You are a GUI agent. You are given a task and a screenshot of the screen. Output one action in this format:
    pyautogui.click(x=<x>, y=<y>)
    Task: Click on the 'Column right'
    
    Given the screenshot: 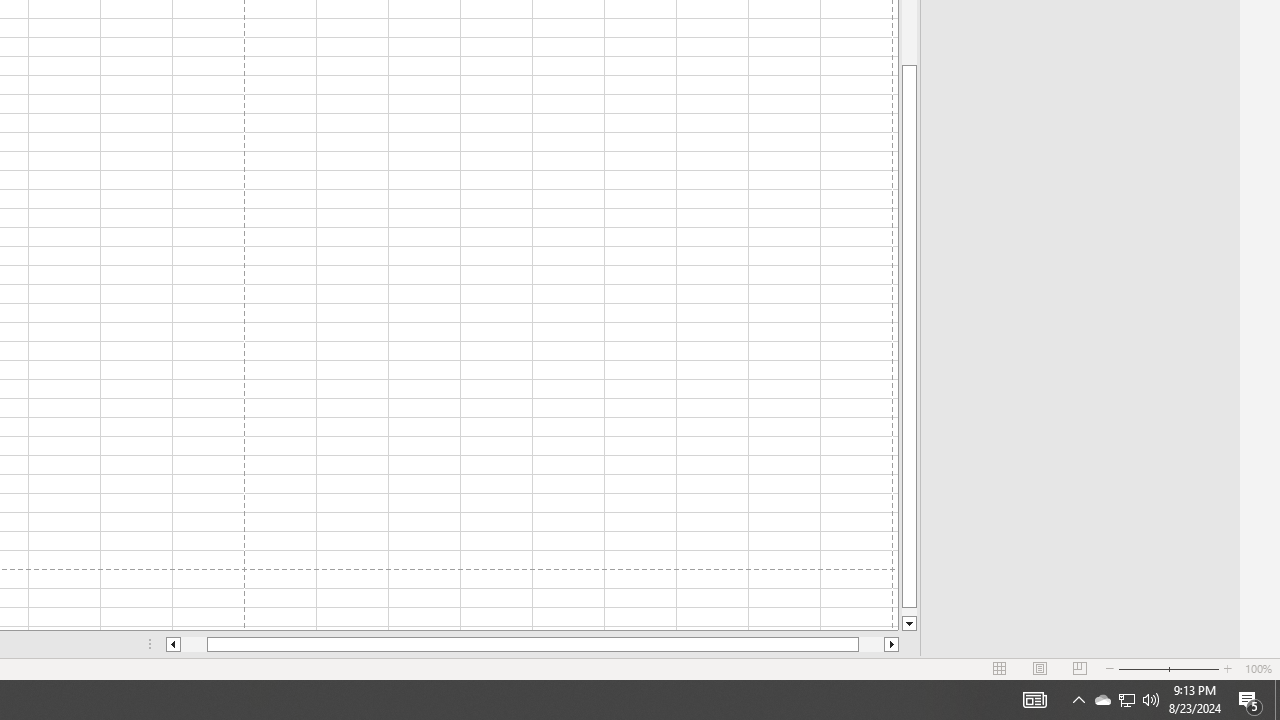 What is the action you would take?
    pyautogui.click(x=891, y=644)
    